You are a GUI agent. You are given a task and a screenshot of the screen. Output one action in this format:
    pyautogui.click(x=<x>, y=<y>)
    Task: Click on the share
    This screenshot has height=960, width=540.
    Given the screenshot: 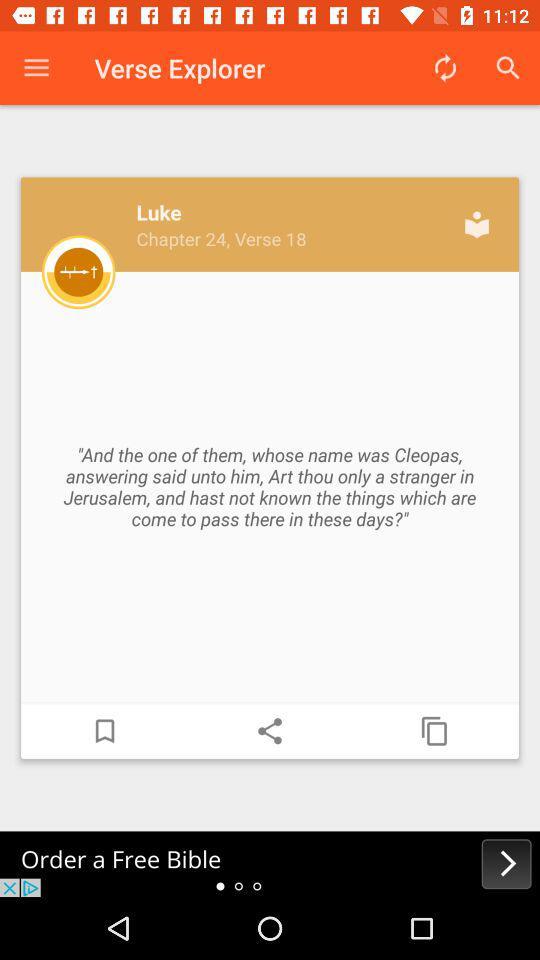 What is the action you would take?
    pyautogui.click(x=270, y=730)
    